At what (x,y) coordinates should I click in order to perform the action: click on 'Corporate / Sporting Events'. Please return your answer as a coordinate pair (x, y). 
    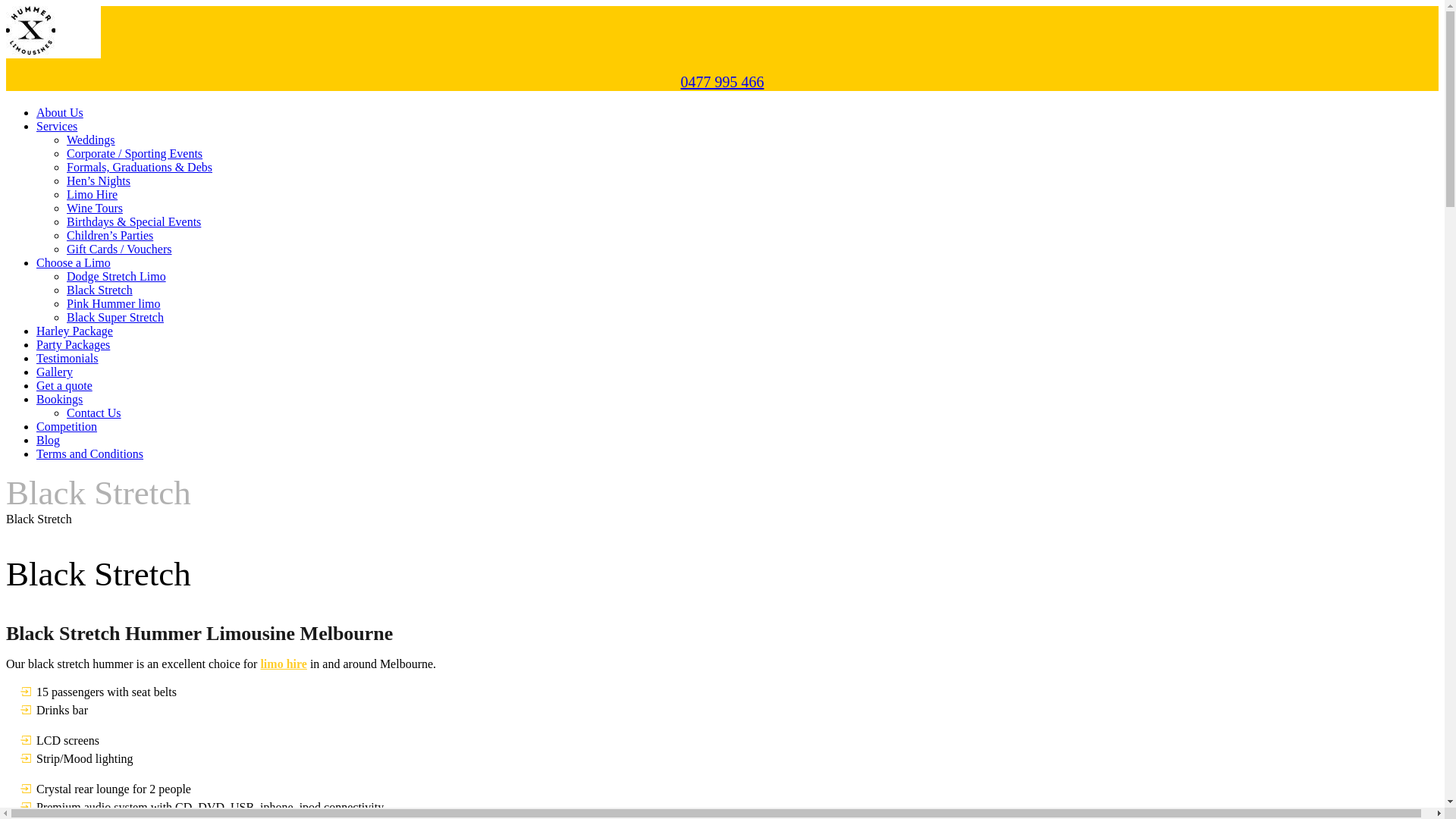
    Looking at the image, I should click on (134, 153).